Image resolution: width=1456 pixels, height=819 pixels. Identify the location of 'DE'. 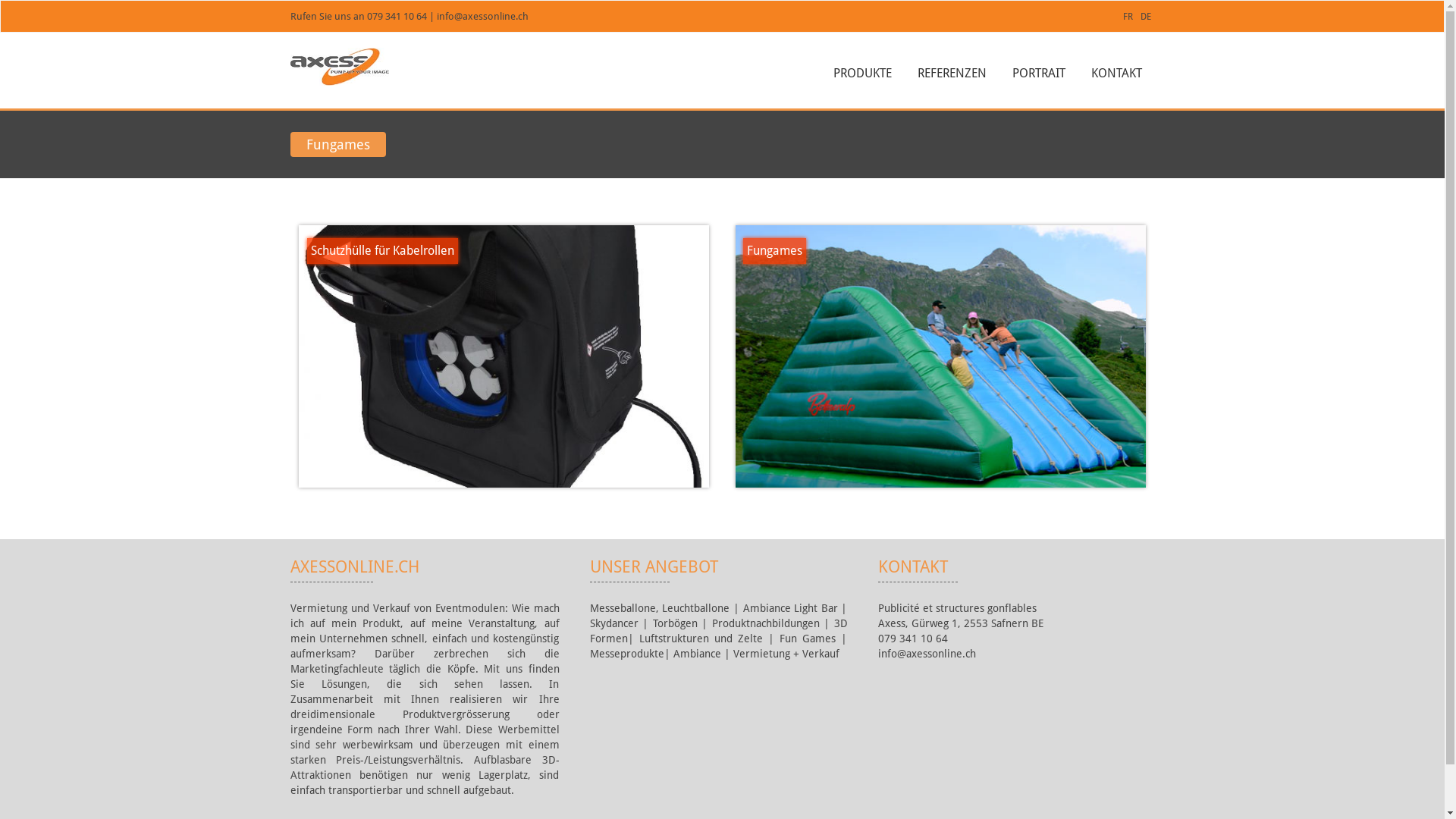
(1140, 17).